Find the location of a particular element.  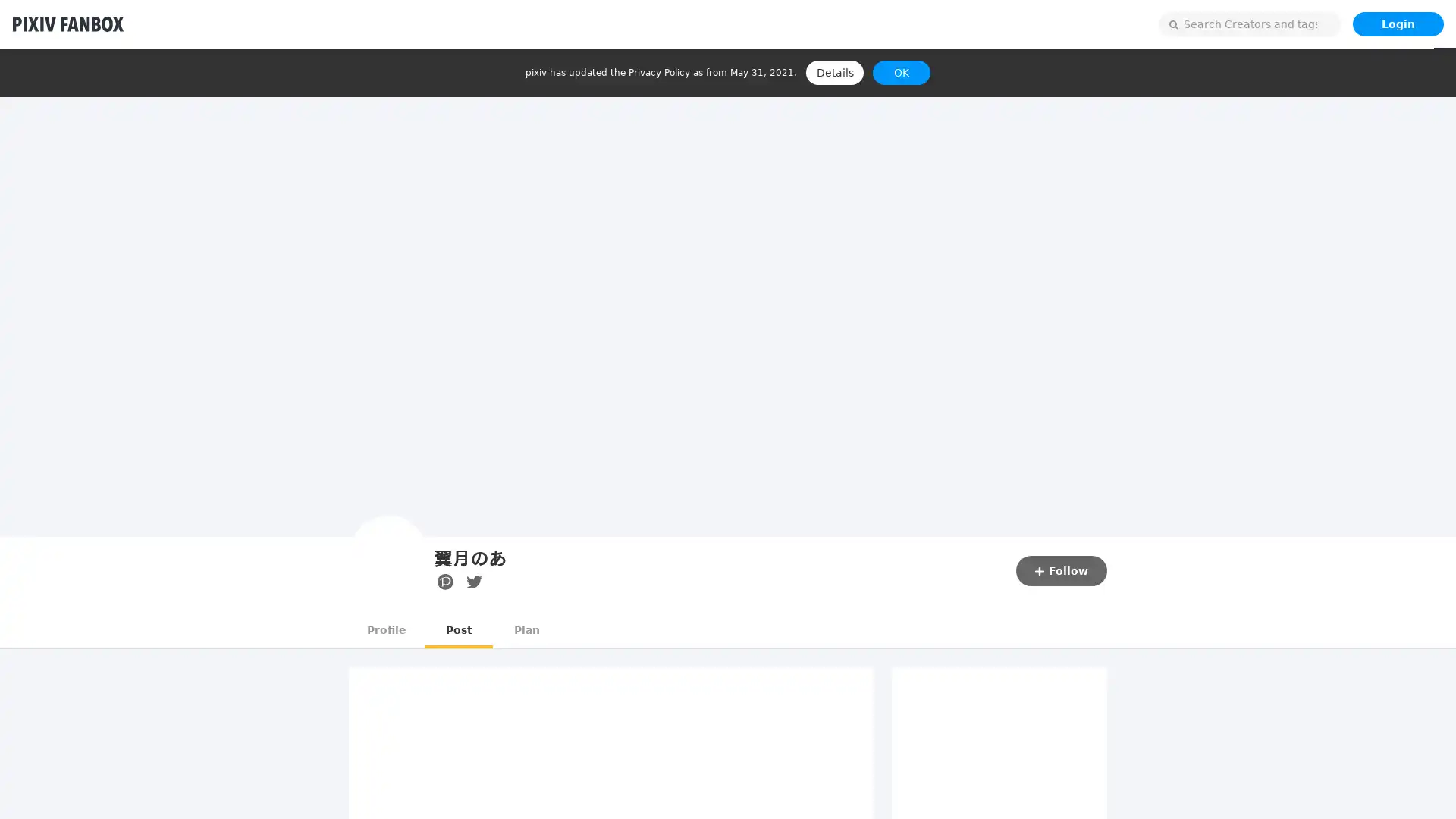

Follow is located at coordinates (1061, 570).